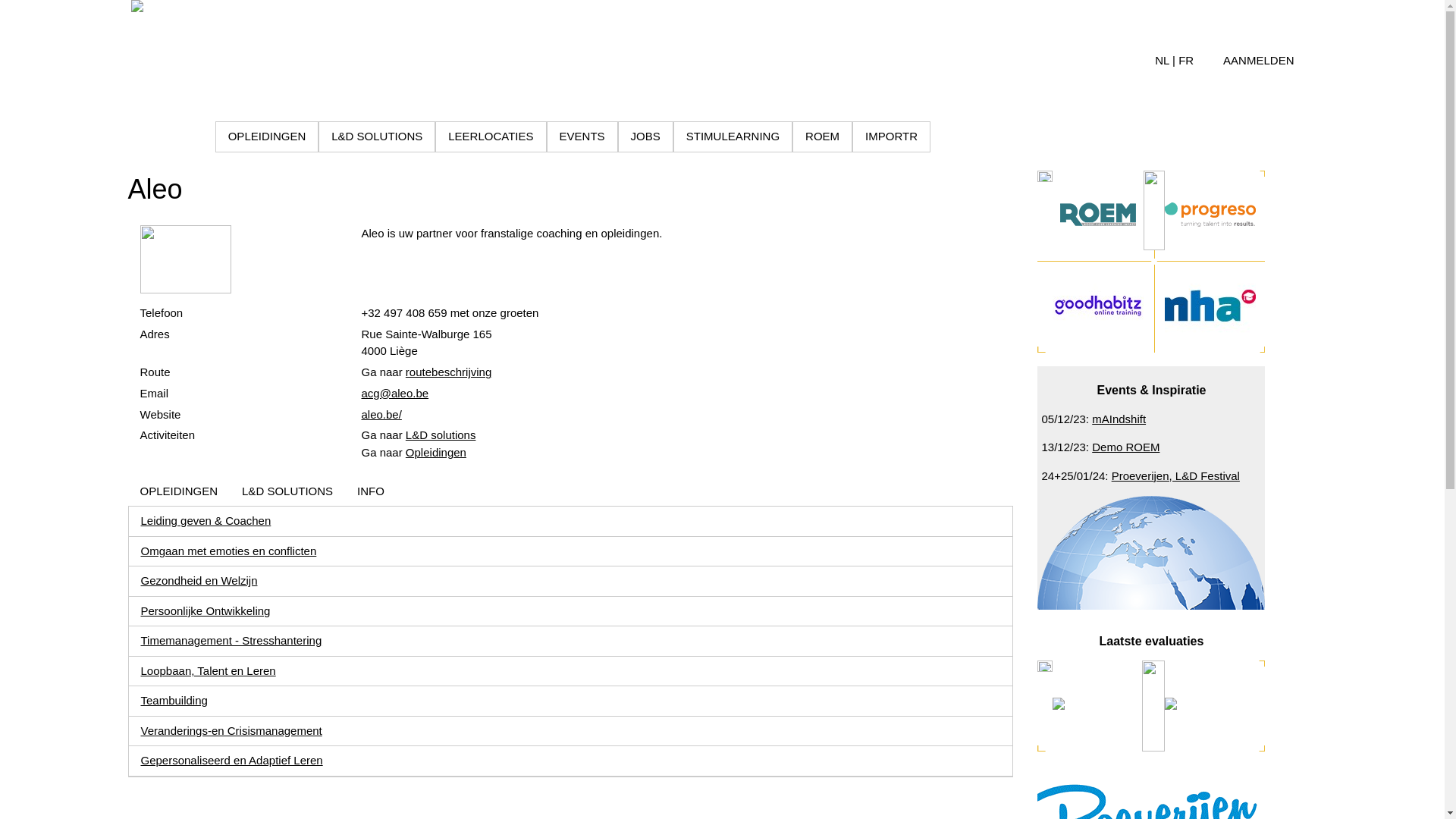 This screenshot has width=1456, height=819. Describe the element at coordinates (1258, 60) in the screenshot. I see `'AANMELDEN'` at that location.